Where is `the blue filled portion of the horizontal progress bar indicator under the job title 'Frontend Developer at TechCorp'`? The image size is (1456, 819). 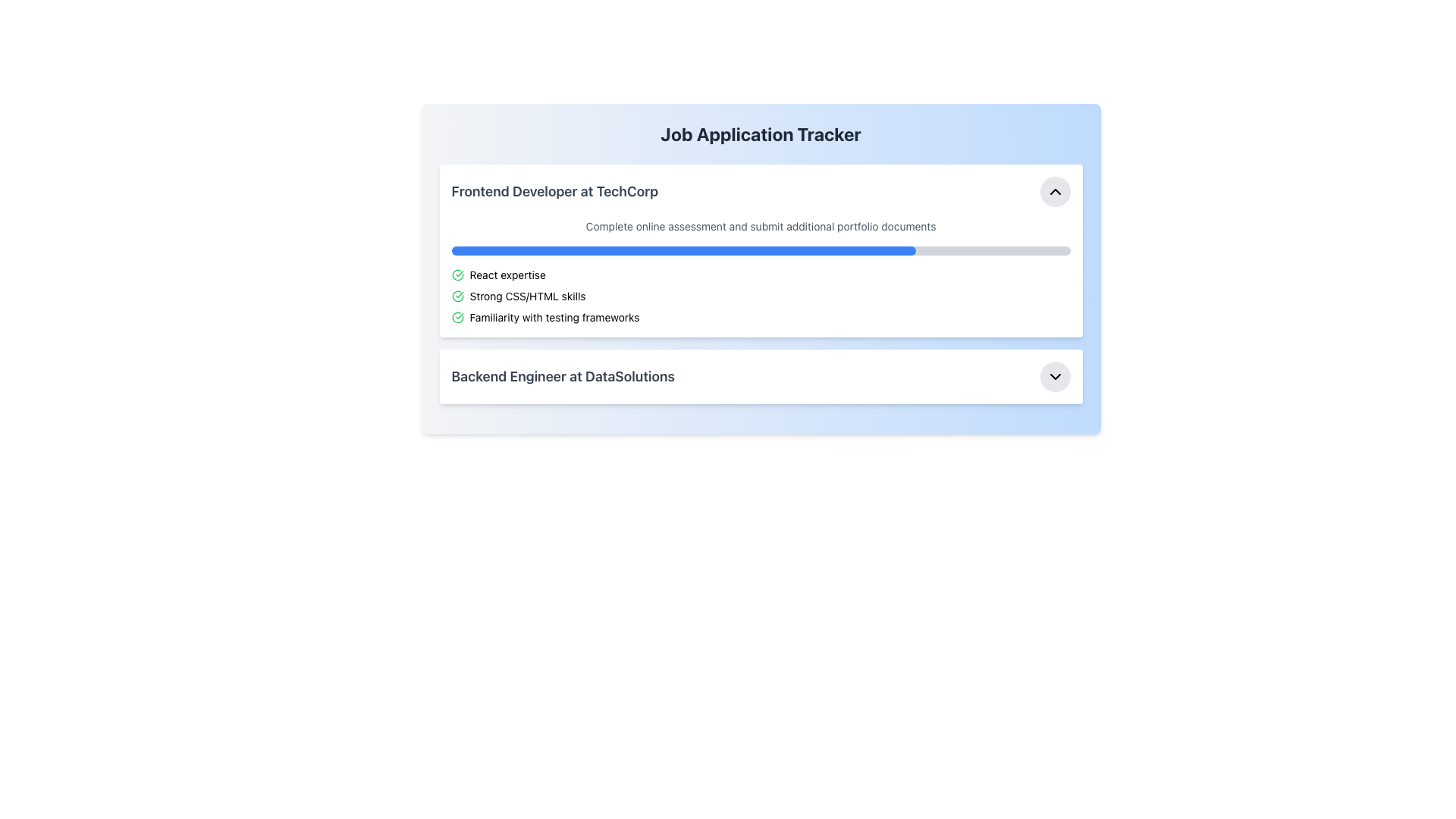 the blue filled portion of the horizontal progress bar indicator under the job title 'Frontend Developer at TechCorp' is located at coordinates (682, 250).